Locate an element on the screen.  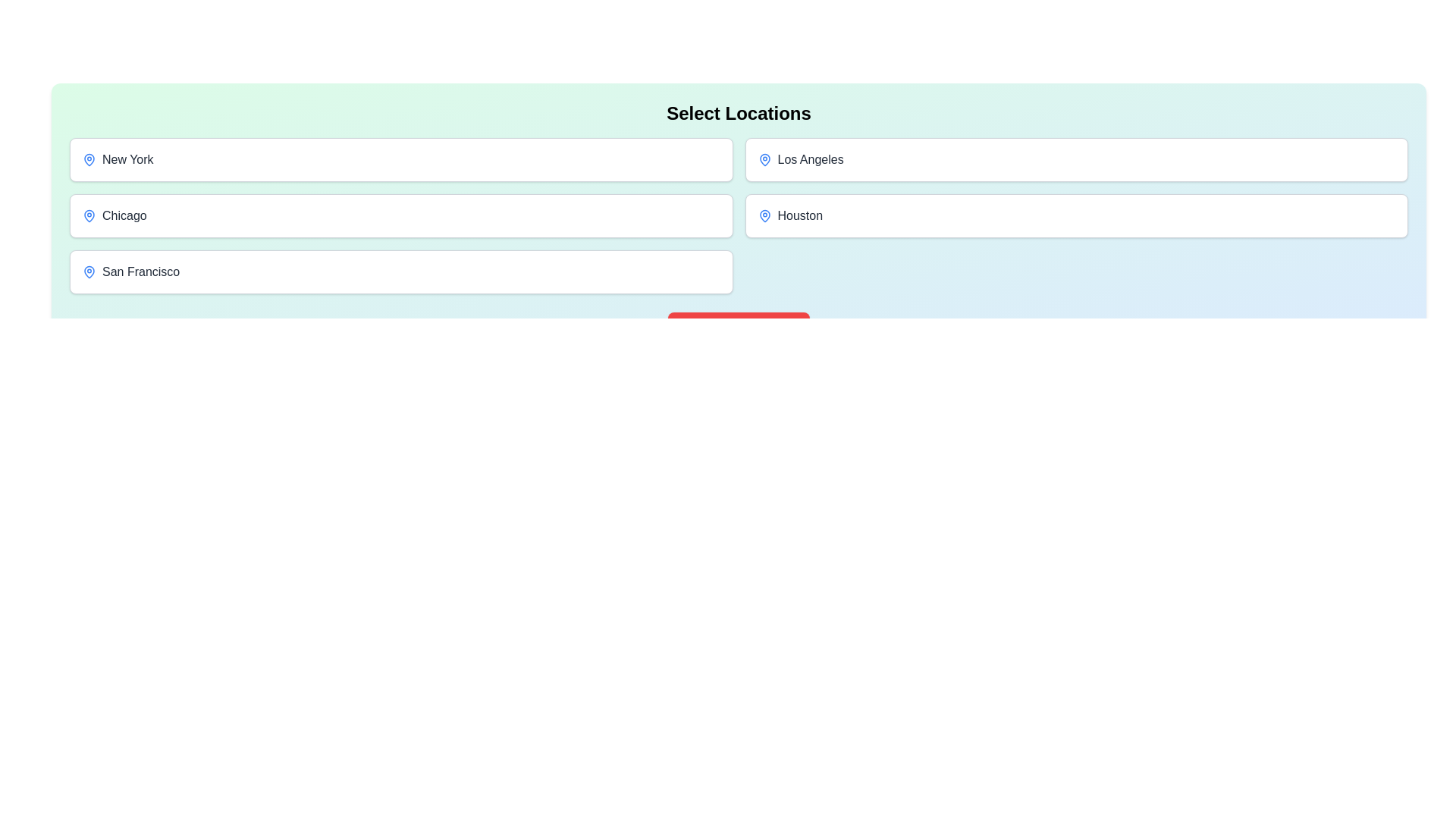
the button corresponding to the location Los Angeles is located at coordinates (1075, 160).